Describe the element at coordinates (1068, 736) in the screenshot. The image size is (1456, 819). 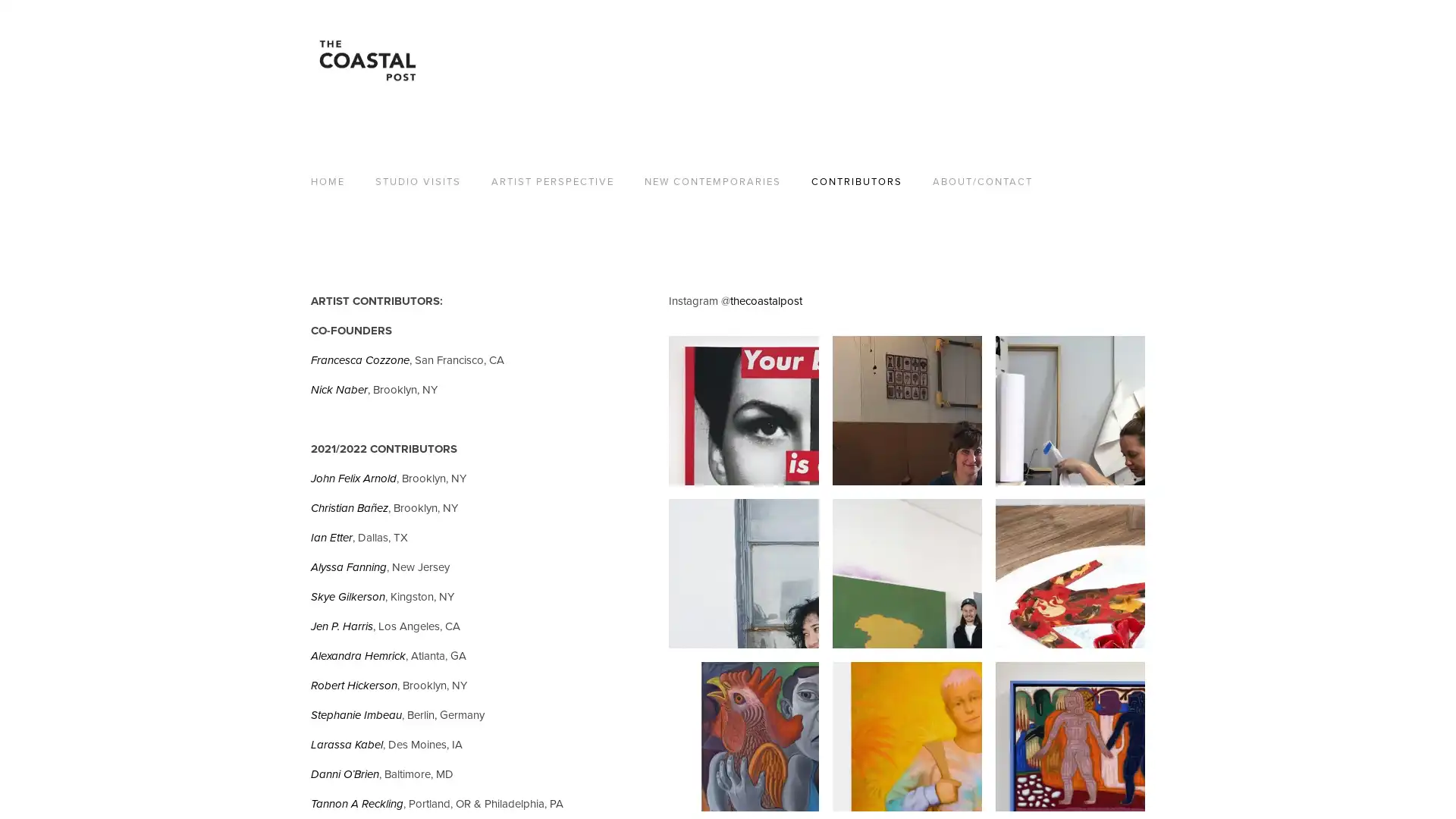
I see `View fullsize A main feed roundup of NADA NY @newartdealers by Nick Naber @nicknaber &bull;&bull; Sophie Larrimore in The Pit&rsquo;s booth @sophielarrimore @thepitla #sophielarrimore #thepitla #nadany #thecoastalpost` at that location.